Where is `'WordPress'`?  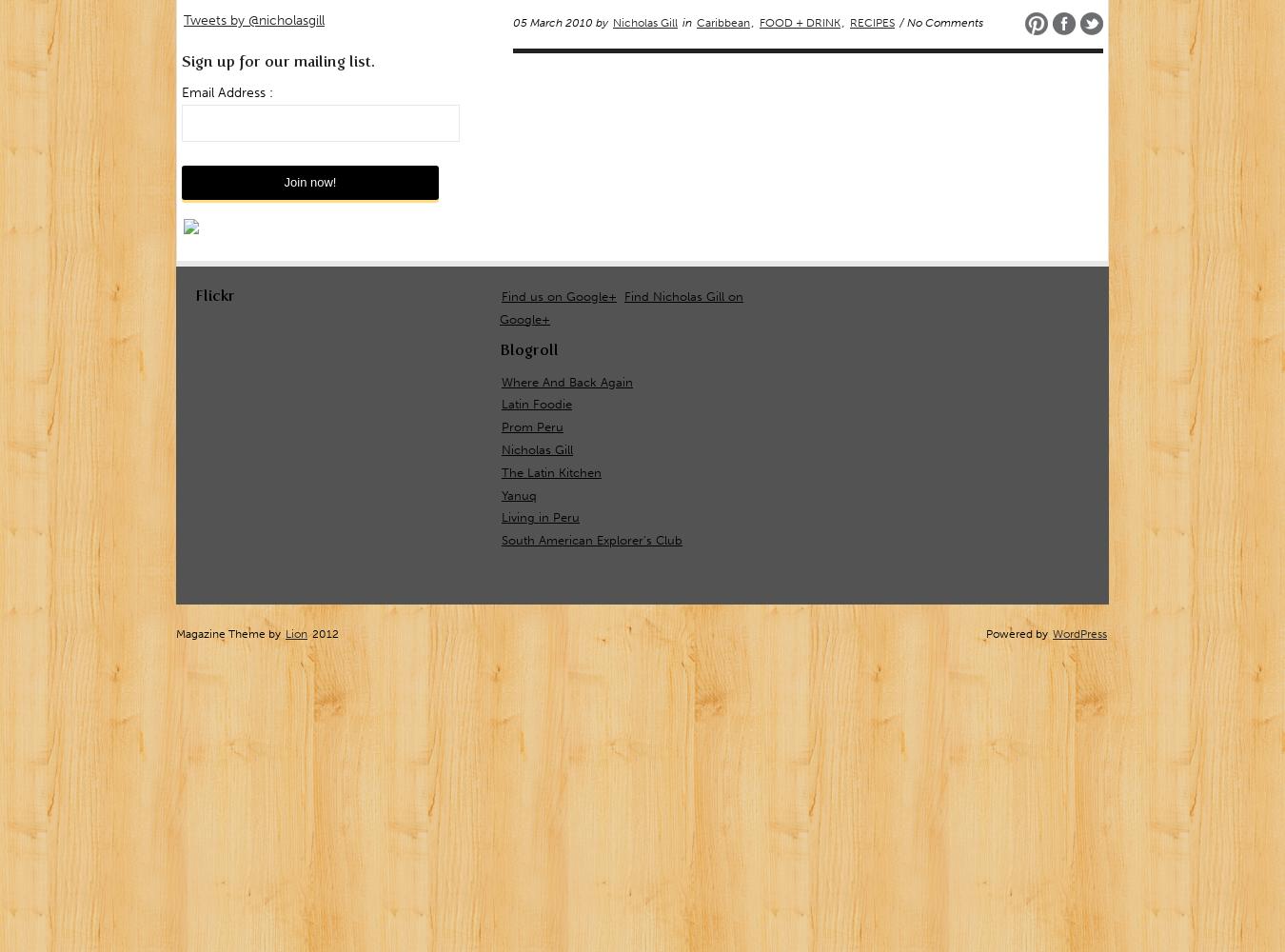
'WordPress' is located at coordinates (1078, 634).